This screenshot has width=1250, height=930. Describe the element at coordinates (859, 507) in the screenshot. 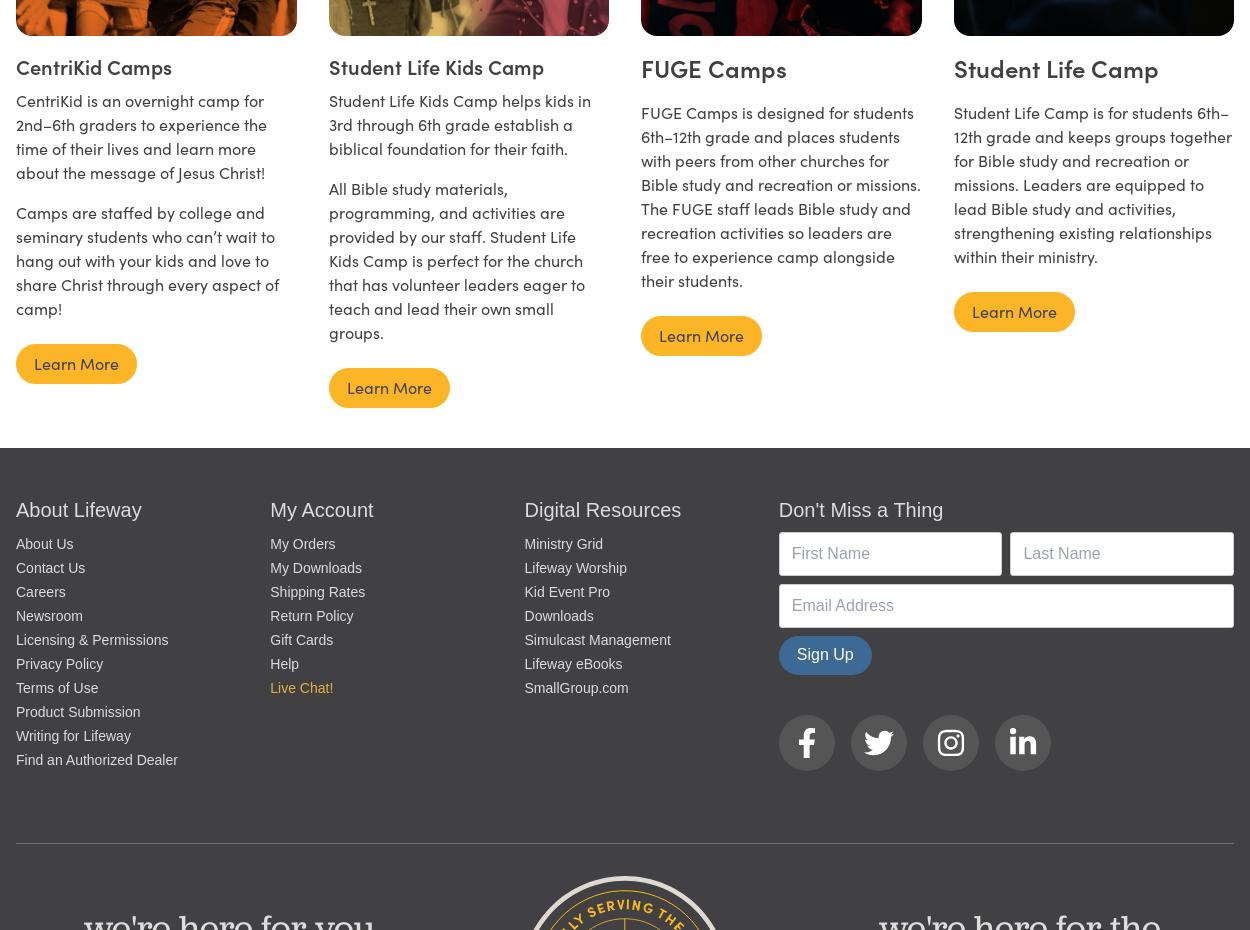

I see `'Don't Miss a Thing'` at that location.